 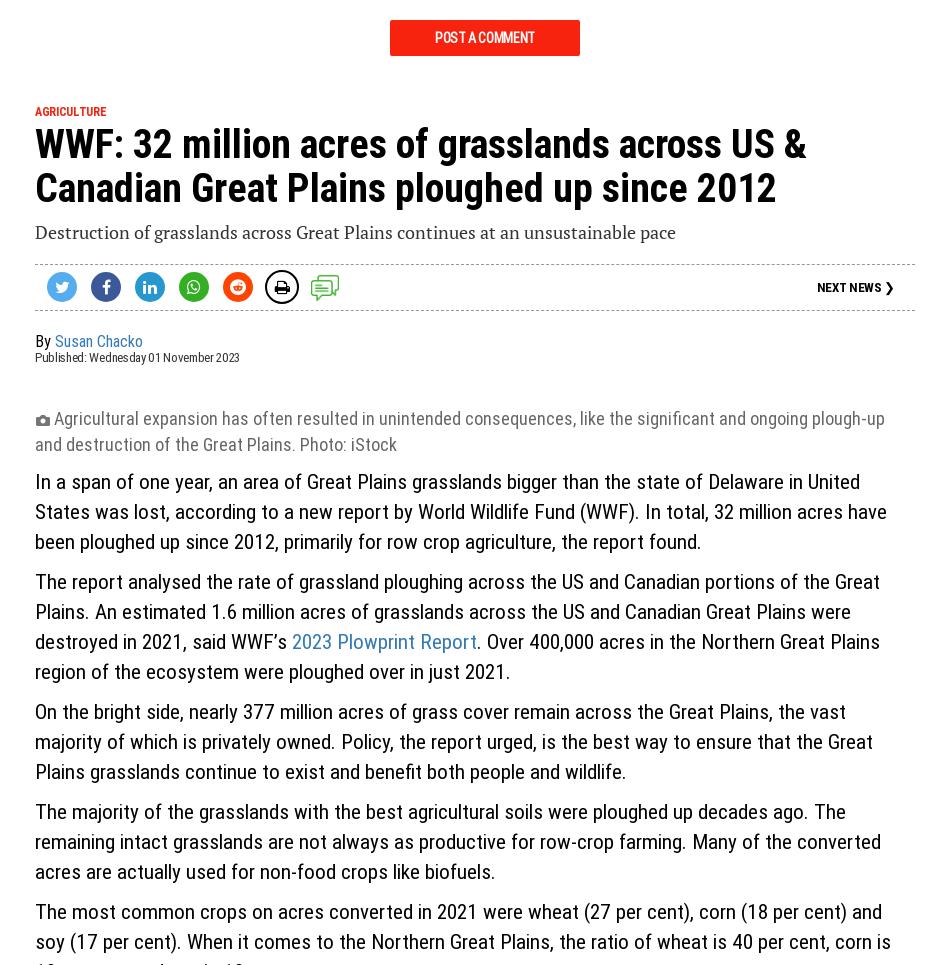 I want to click on 'Agriculture', so click(x=70, y=109).